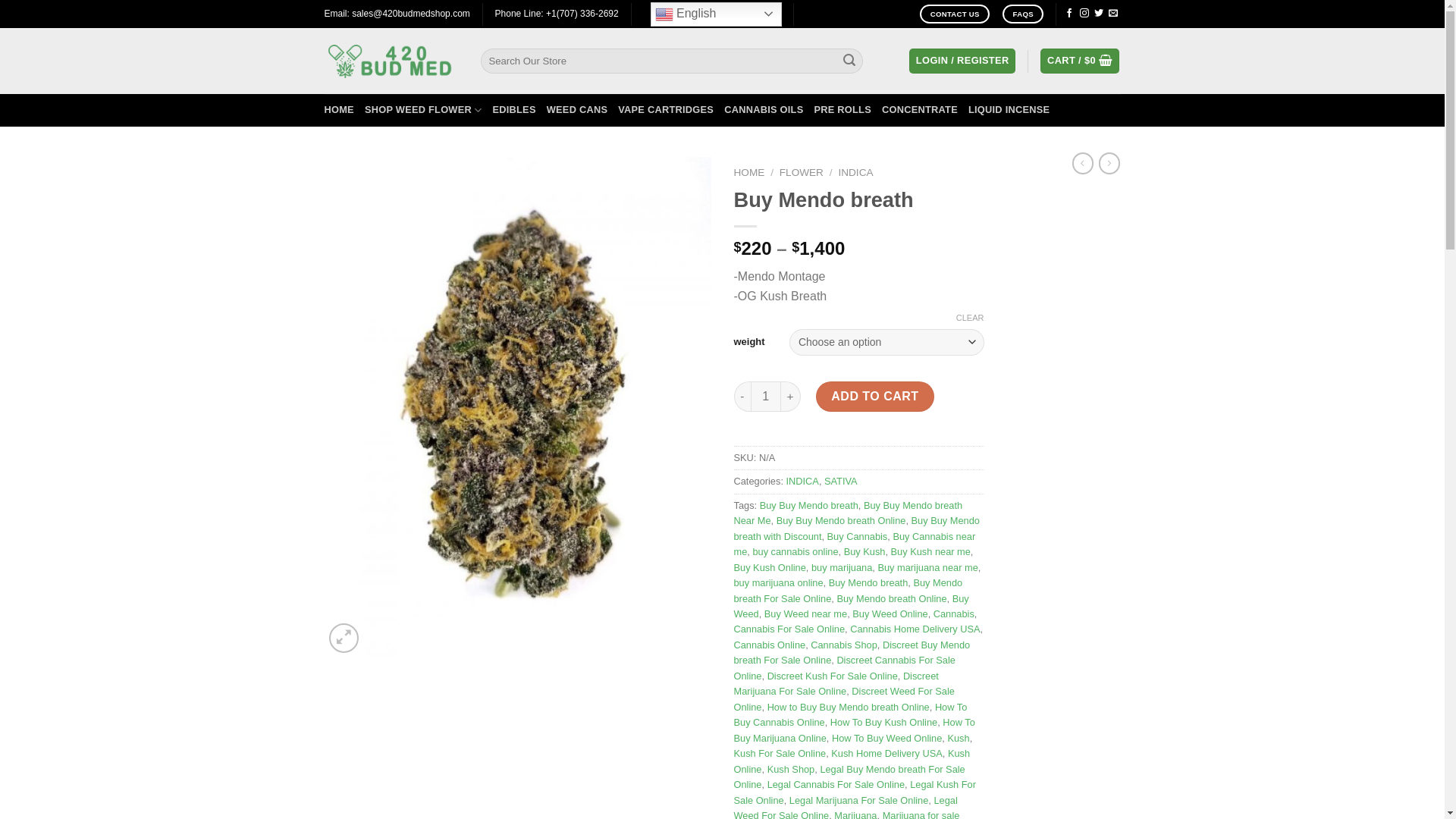 This screenshot has height=819, width=1456. What do you see at coordinates (969, 317) in the screenshot?
I see `'CLEAR'` at bounding box center [969, 317].